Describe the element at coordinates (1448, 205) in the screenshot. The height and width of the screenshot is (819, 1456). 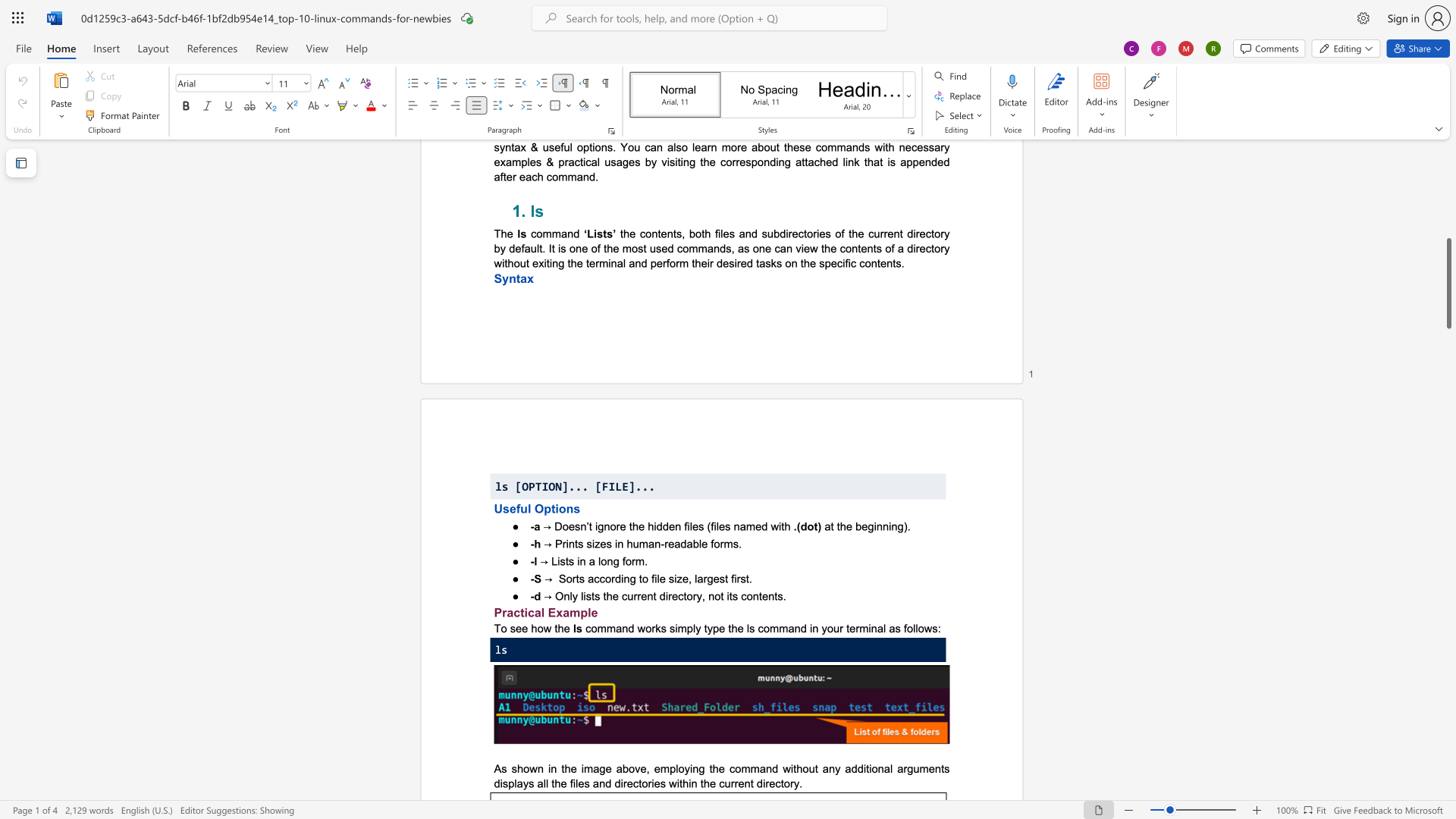
I see `the scrollbar to slide the page up` at that location.